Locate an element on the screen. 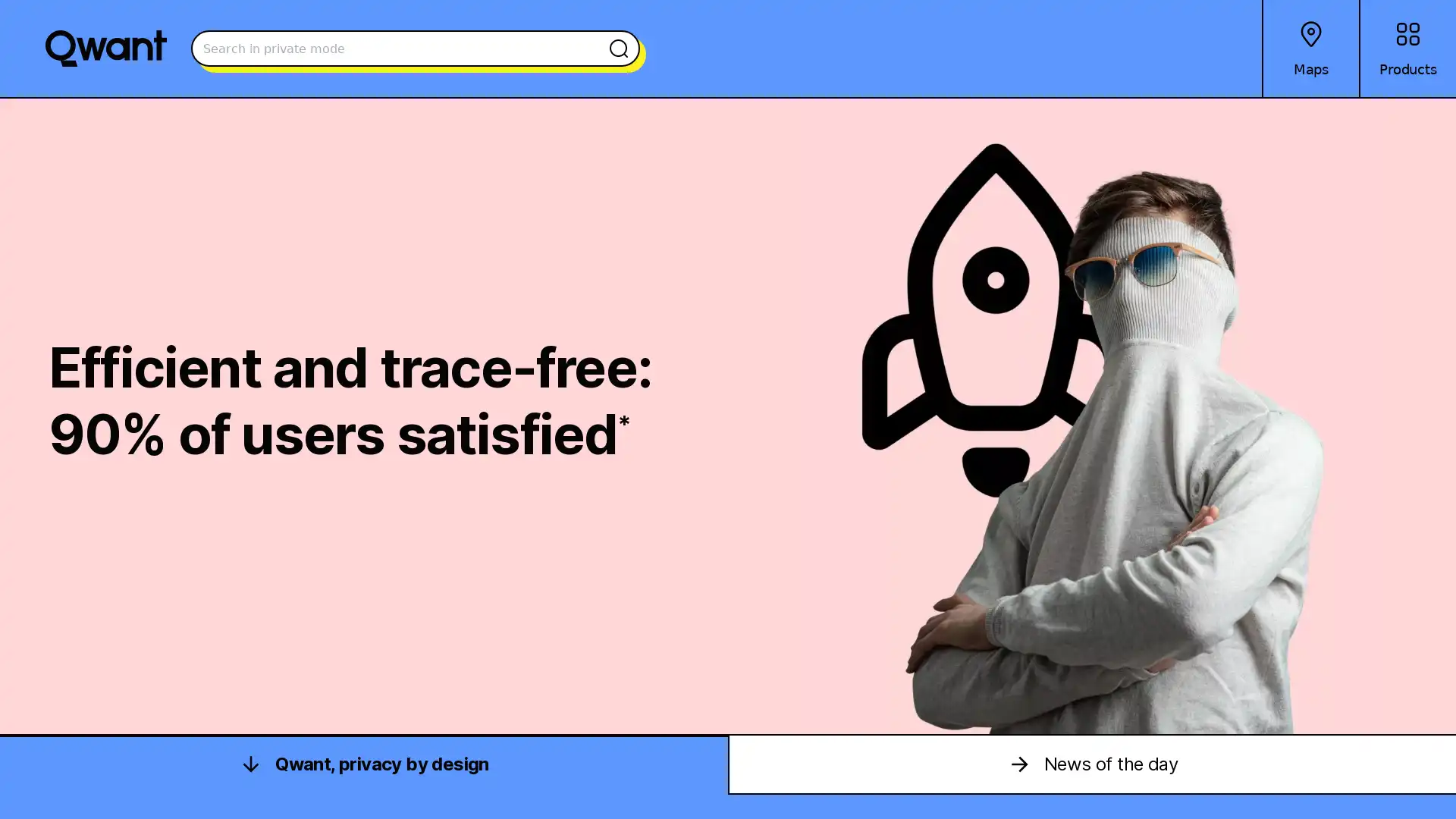  Search the web is located at coordinates (582, 48).